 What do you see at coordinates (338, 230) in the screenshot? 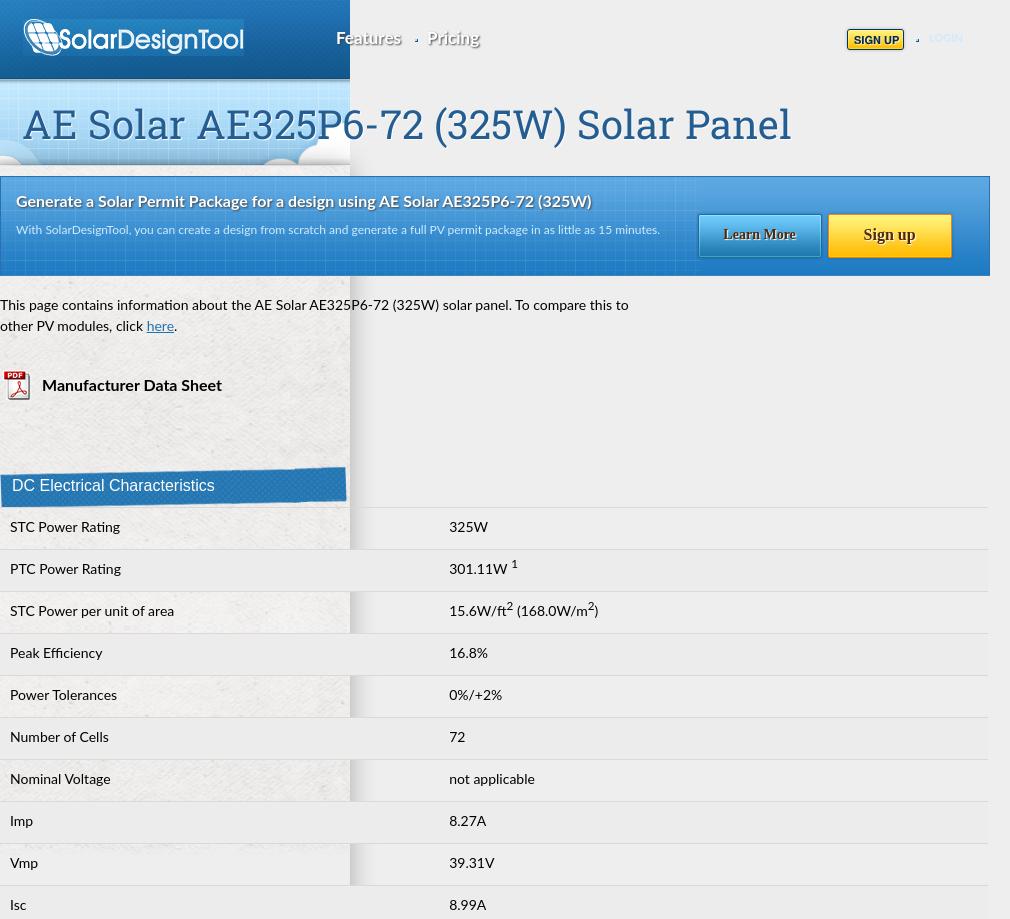
I see `'With SolarDesignTool, you can create a design from scratch and generate a full PV permit package in as little as 15 minutes.'` at bounding box center [338, 230].